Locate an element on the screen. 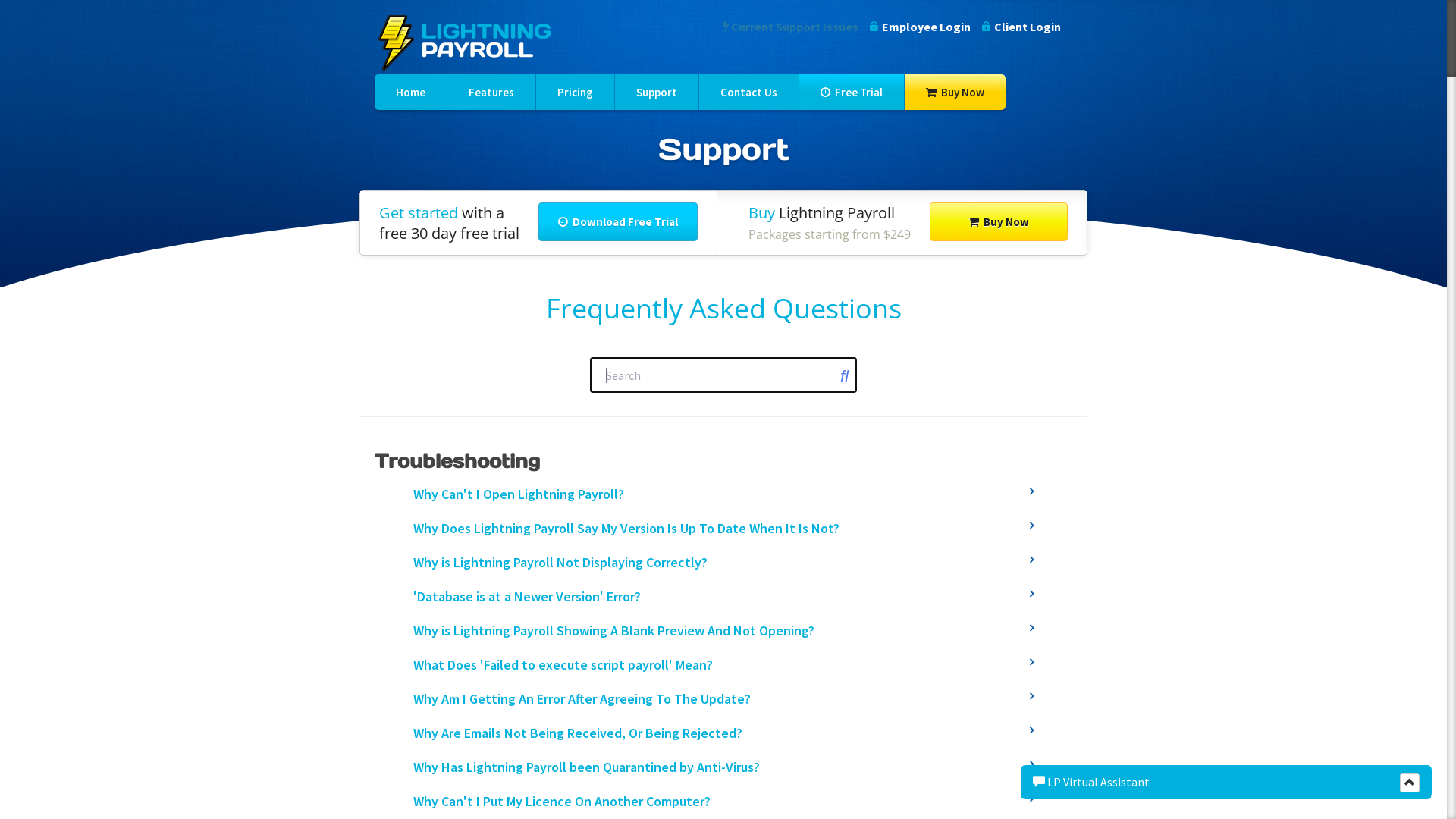 The image size is (1456, 819). 'Contact Us' is located at coordinates (748, 92).